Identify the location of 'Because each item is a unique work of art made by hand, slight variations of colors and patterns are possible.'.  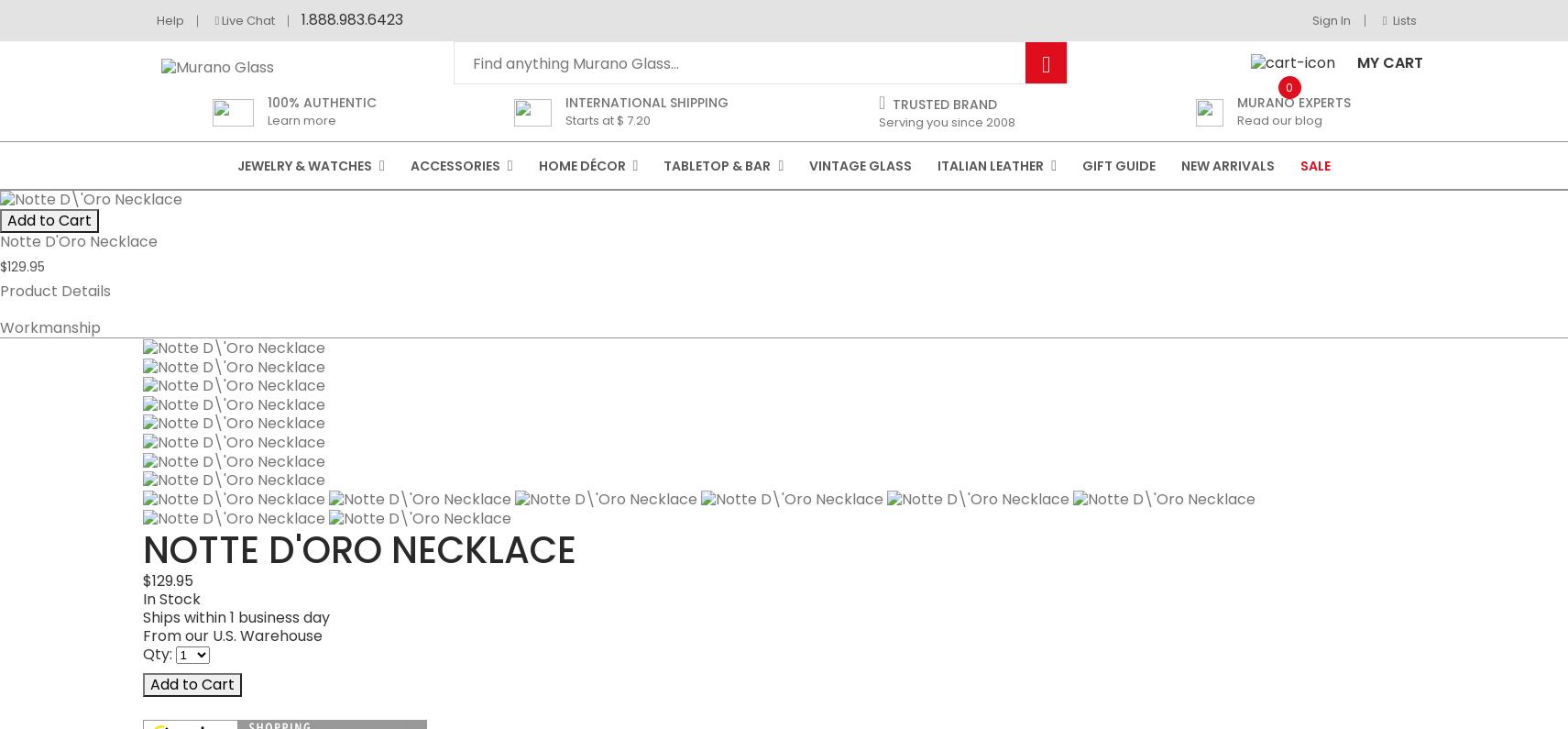
(533, 709).